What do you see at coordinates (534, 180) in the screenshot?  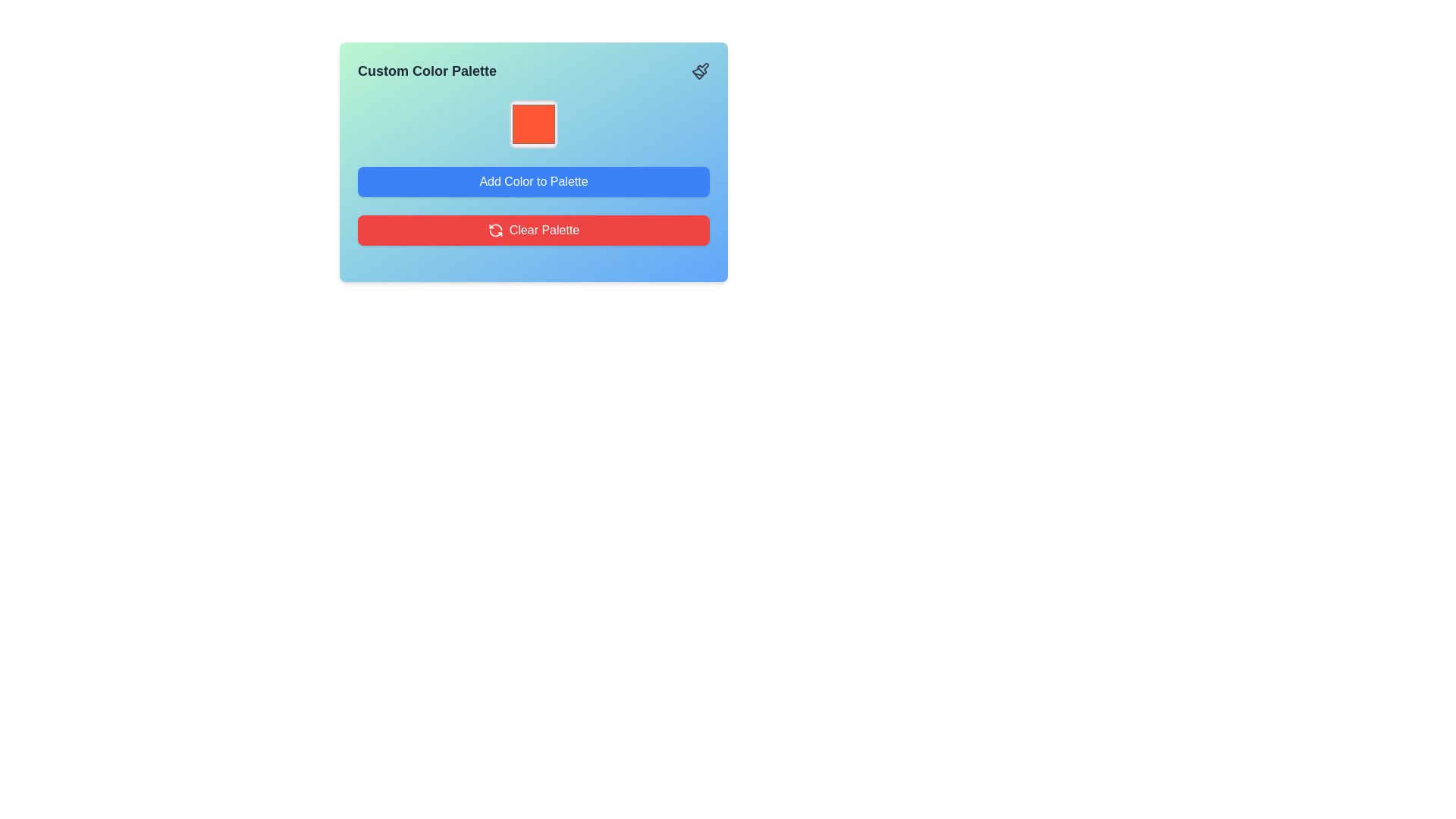 I see `the button with a blue background and the text 'Add Color to Palette' to experience the hover effect` at bounding box center [534, 180].